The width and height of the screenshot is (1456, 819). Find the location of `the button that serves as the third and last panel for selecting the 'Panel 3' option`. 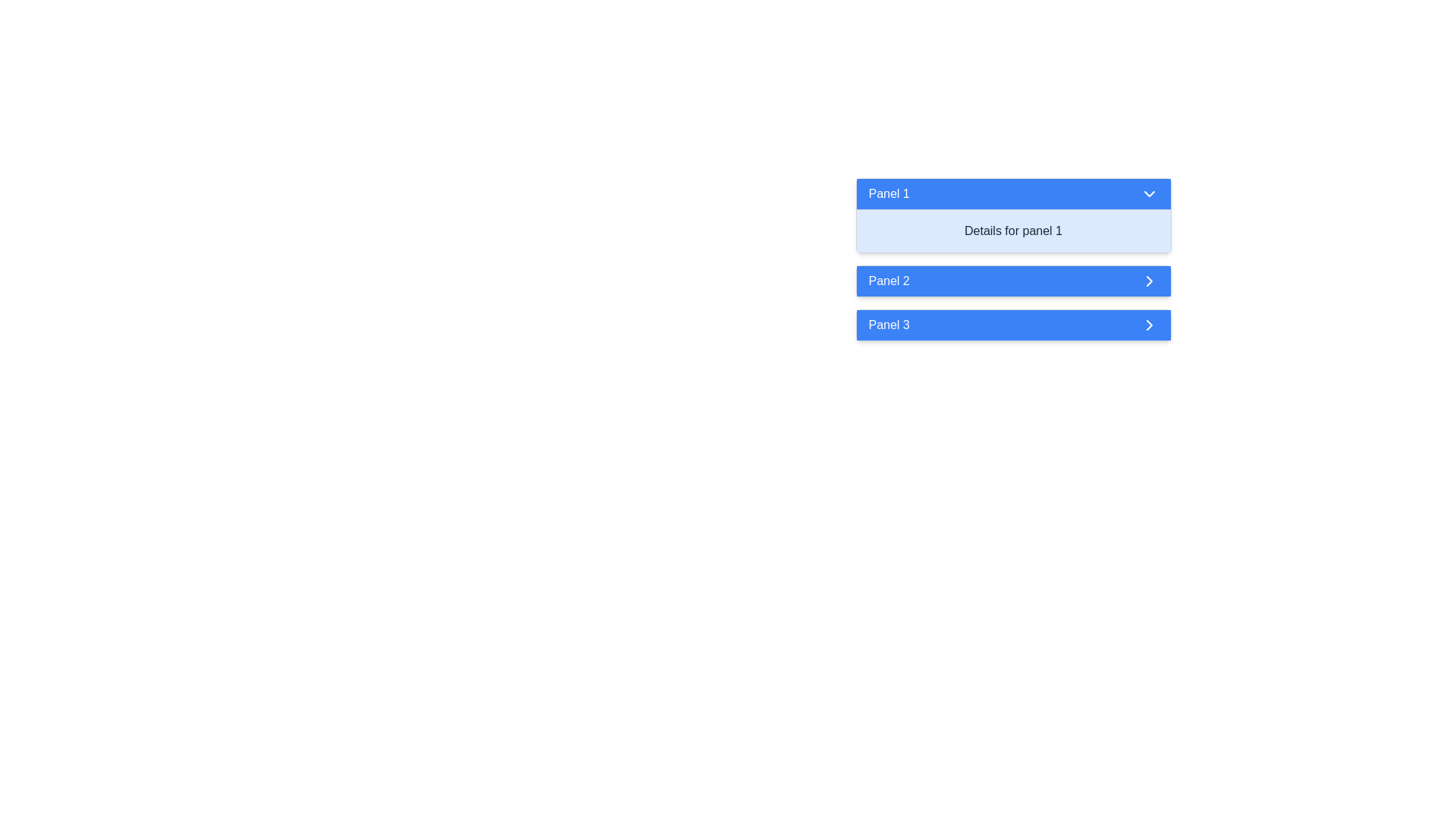

the button that serves as the third and last panel for selecting the 'Panel 3' option is located at coordinates (1013, 324).